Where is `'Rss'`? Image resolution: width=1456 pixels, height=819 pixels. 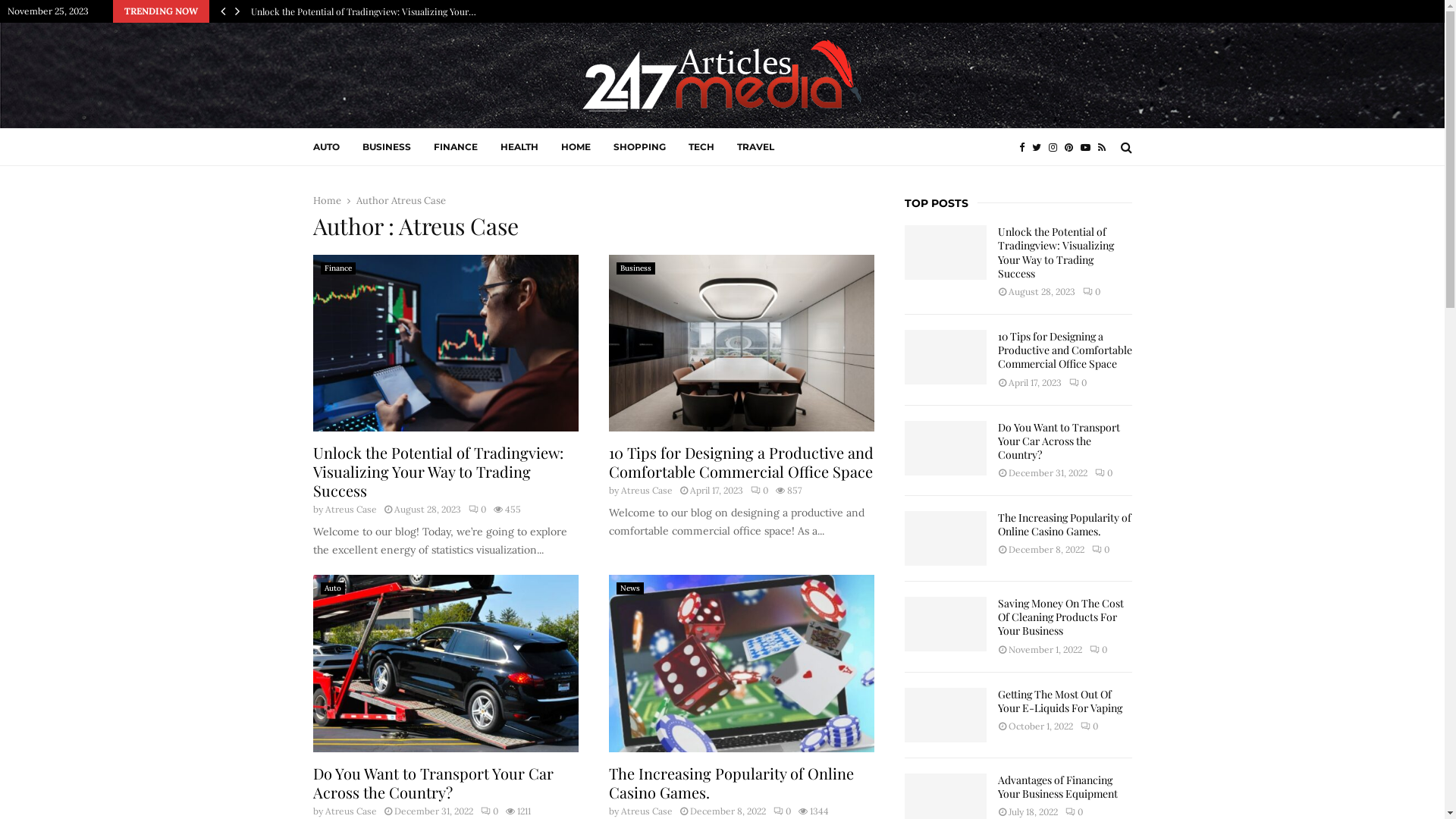
'Rss' is located at coordinates (1106, 147).